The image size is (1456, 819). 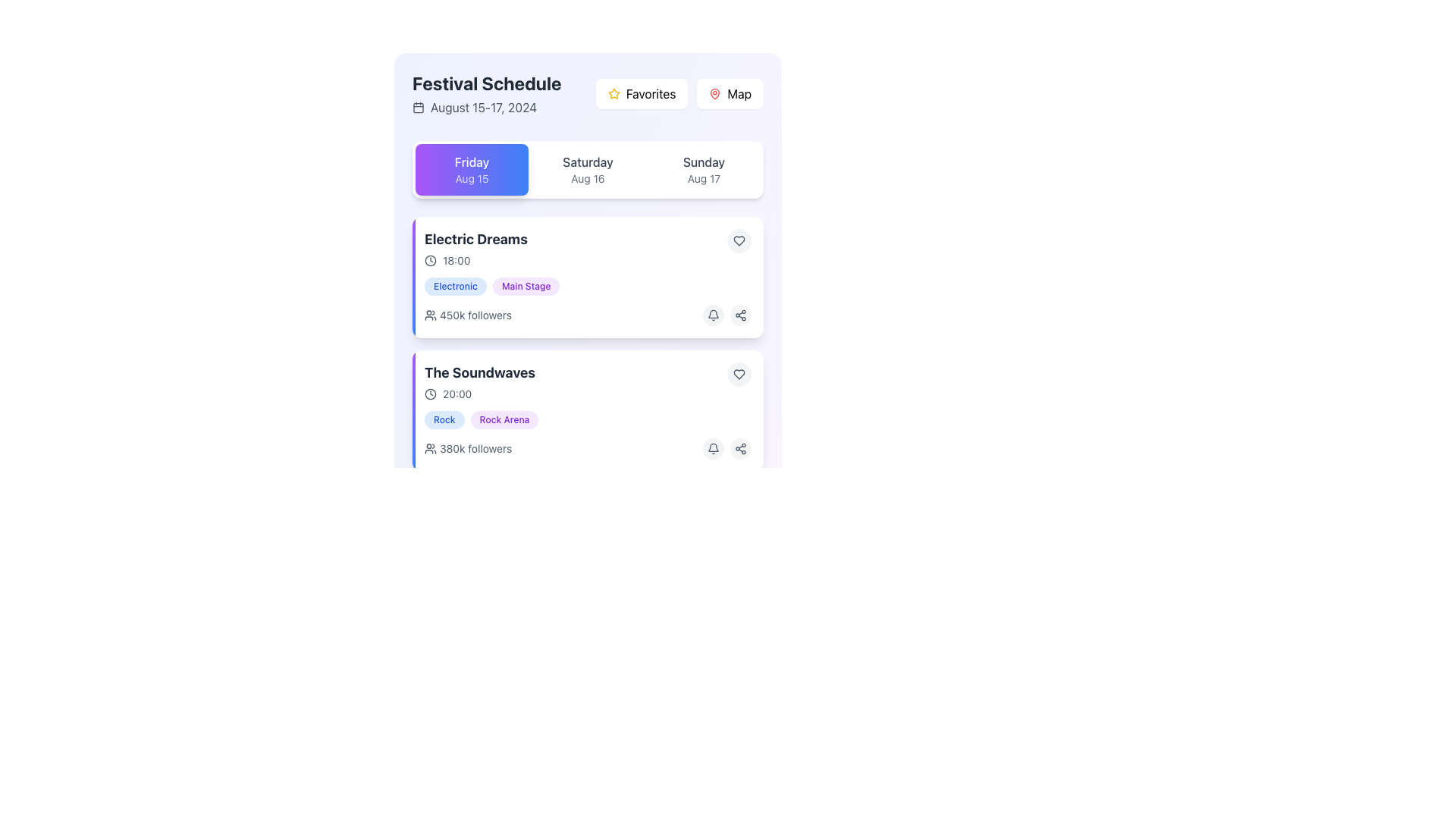 What do you see at coordinates (712, 581) in the screenshot?
I see `the notification toggle button located to the right of 'The Soundwaves' schedule entry` at bounding box center [712, 581].